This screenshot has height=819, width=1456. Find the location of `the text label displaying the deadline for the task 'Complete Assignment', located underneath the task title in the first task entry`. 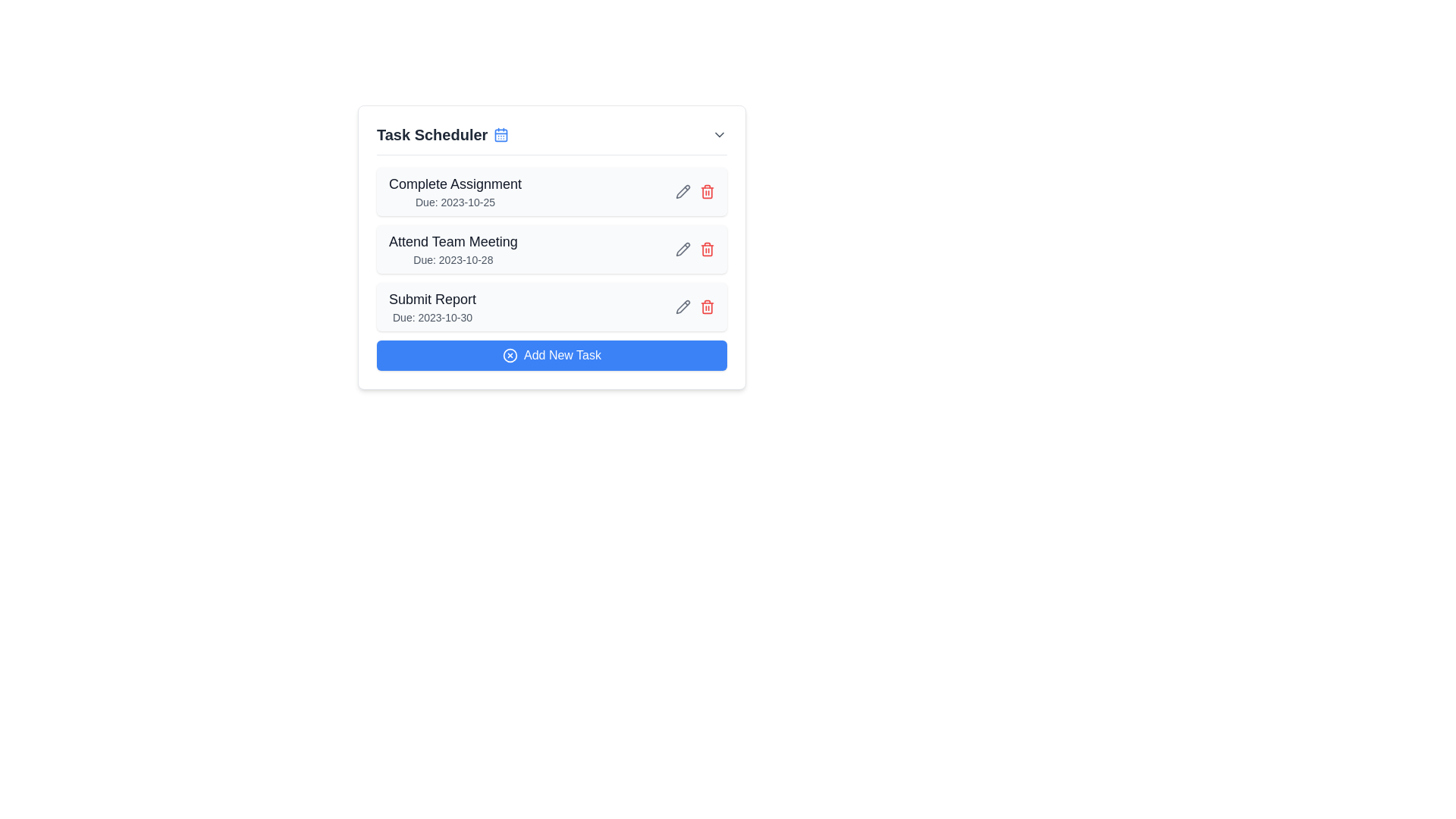

the text label displaying the deadline for the task 'Complete Assignment', located underneath the task title in the first task entry is located at coordinates (454, 201).